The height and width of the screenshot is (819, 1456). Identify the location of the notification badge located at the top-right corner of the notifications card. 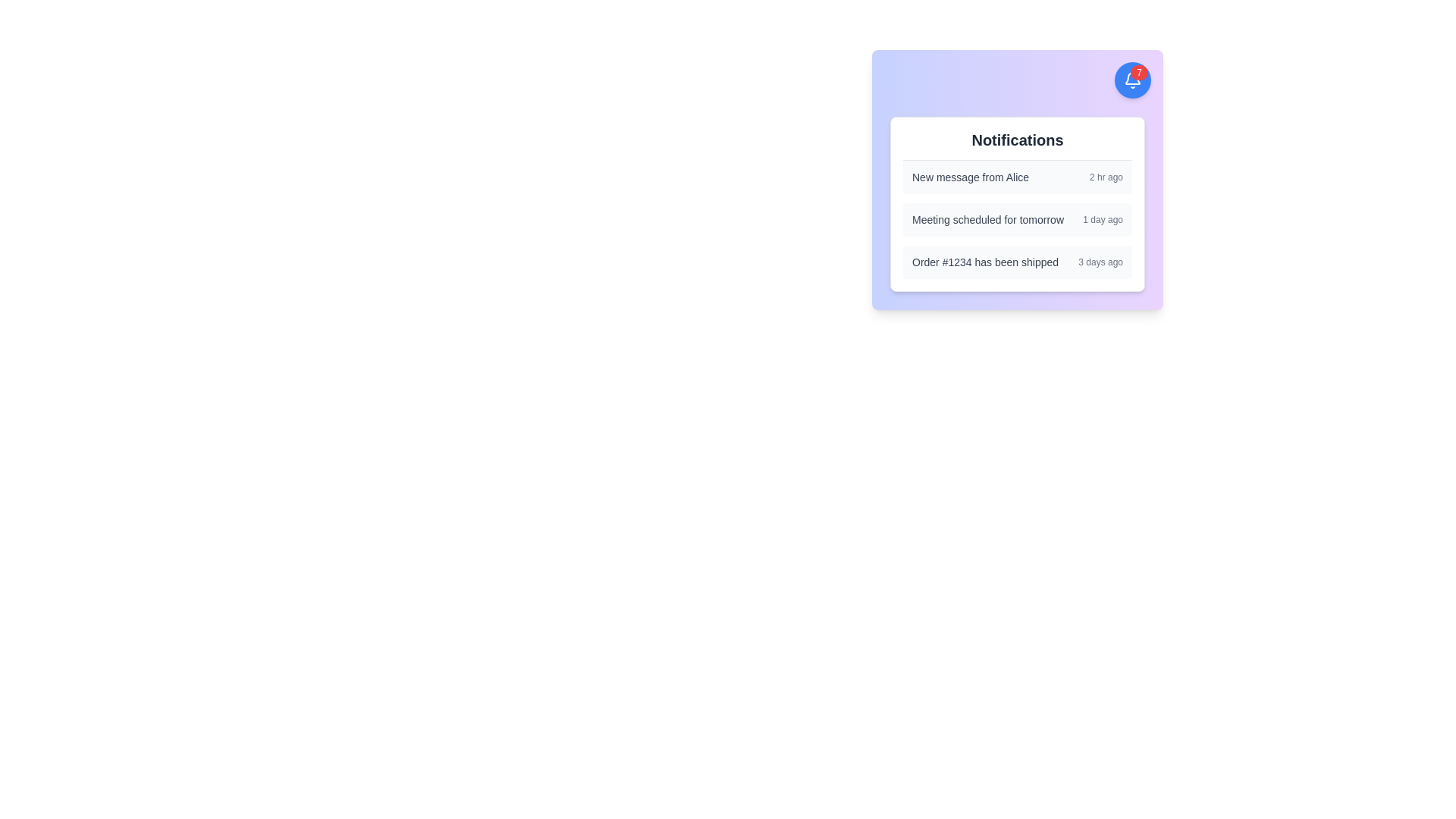
(1132, 80).